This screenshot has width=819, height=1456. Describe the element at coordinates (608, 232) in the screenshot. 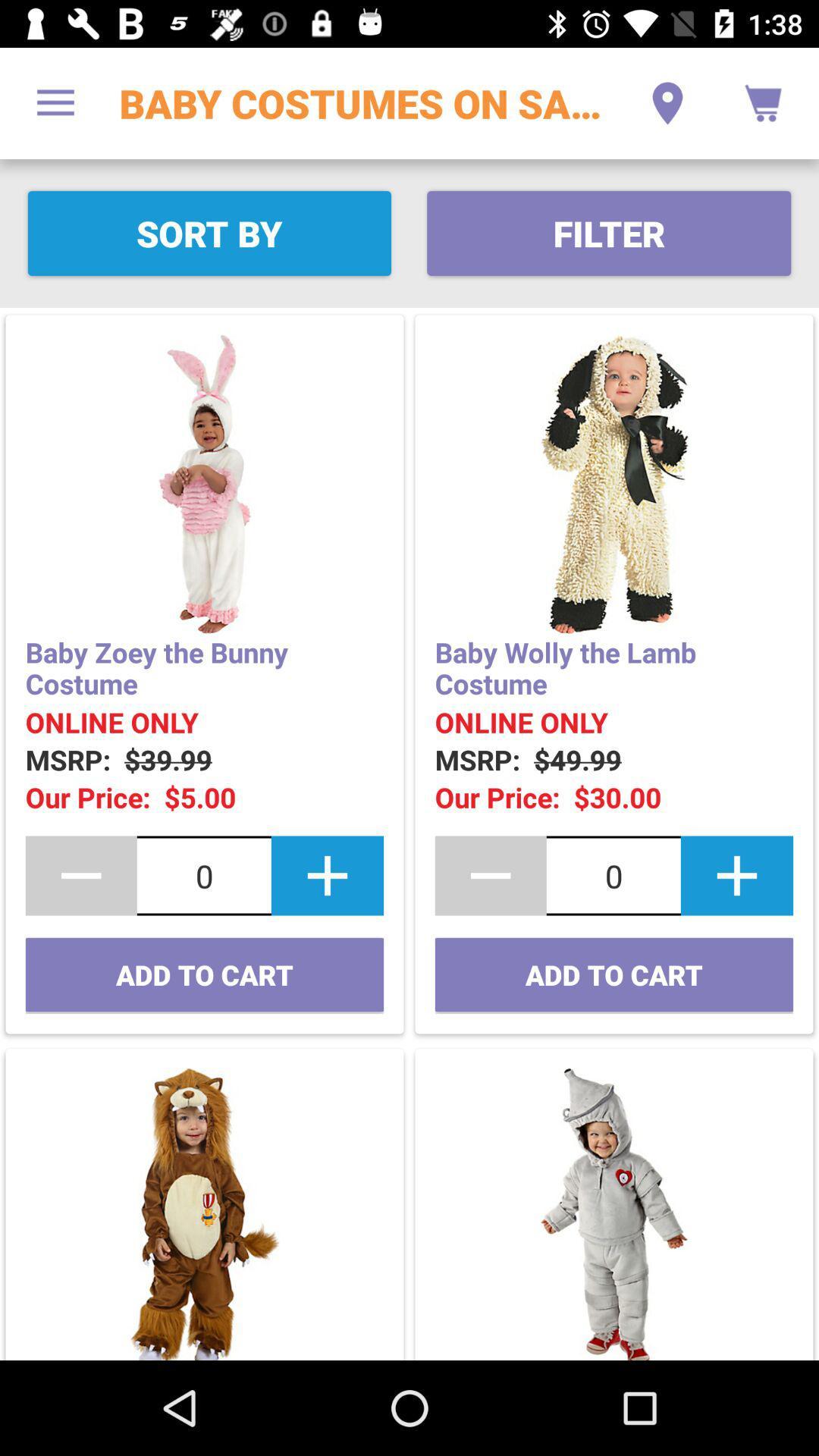

I see `the item next to sort by` at that location.